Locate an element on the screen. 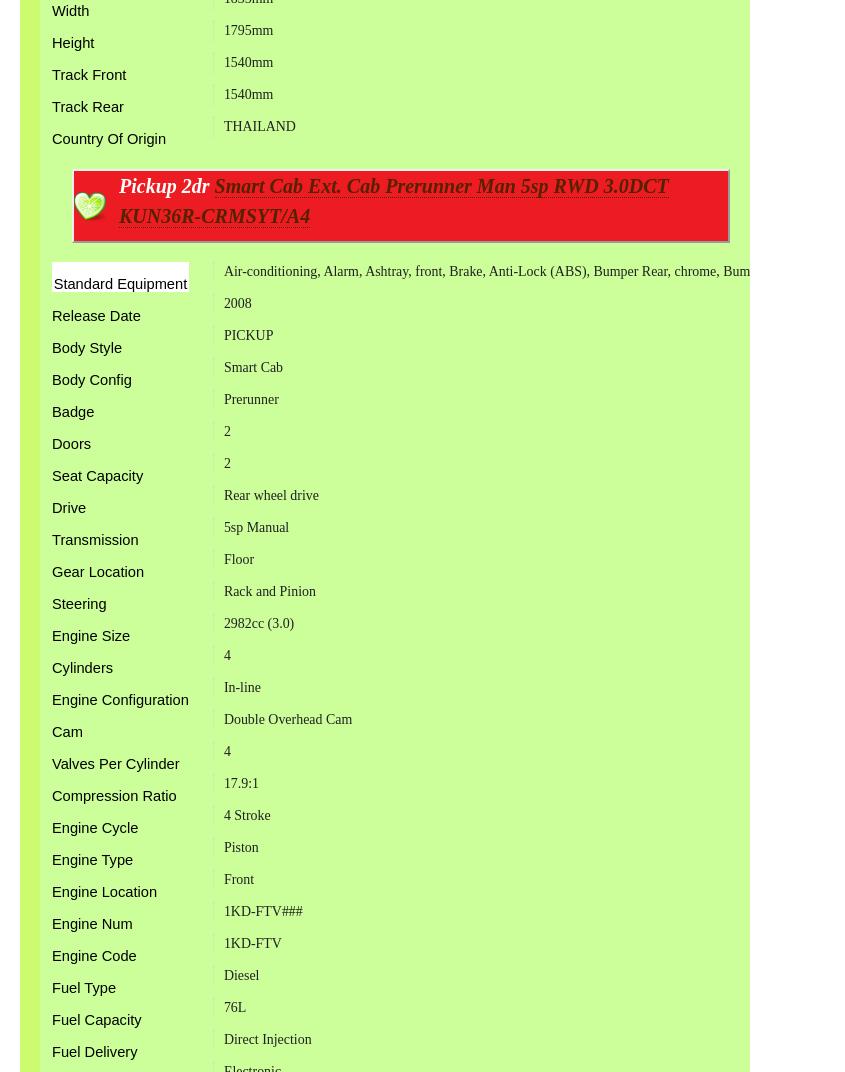 The height and width of the screenshot is (1072, 845). 'Fuel Capacity' is located at coordinates (96, 1020).